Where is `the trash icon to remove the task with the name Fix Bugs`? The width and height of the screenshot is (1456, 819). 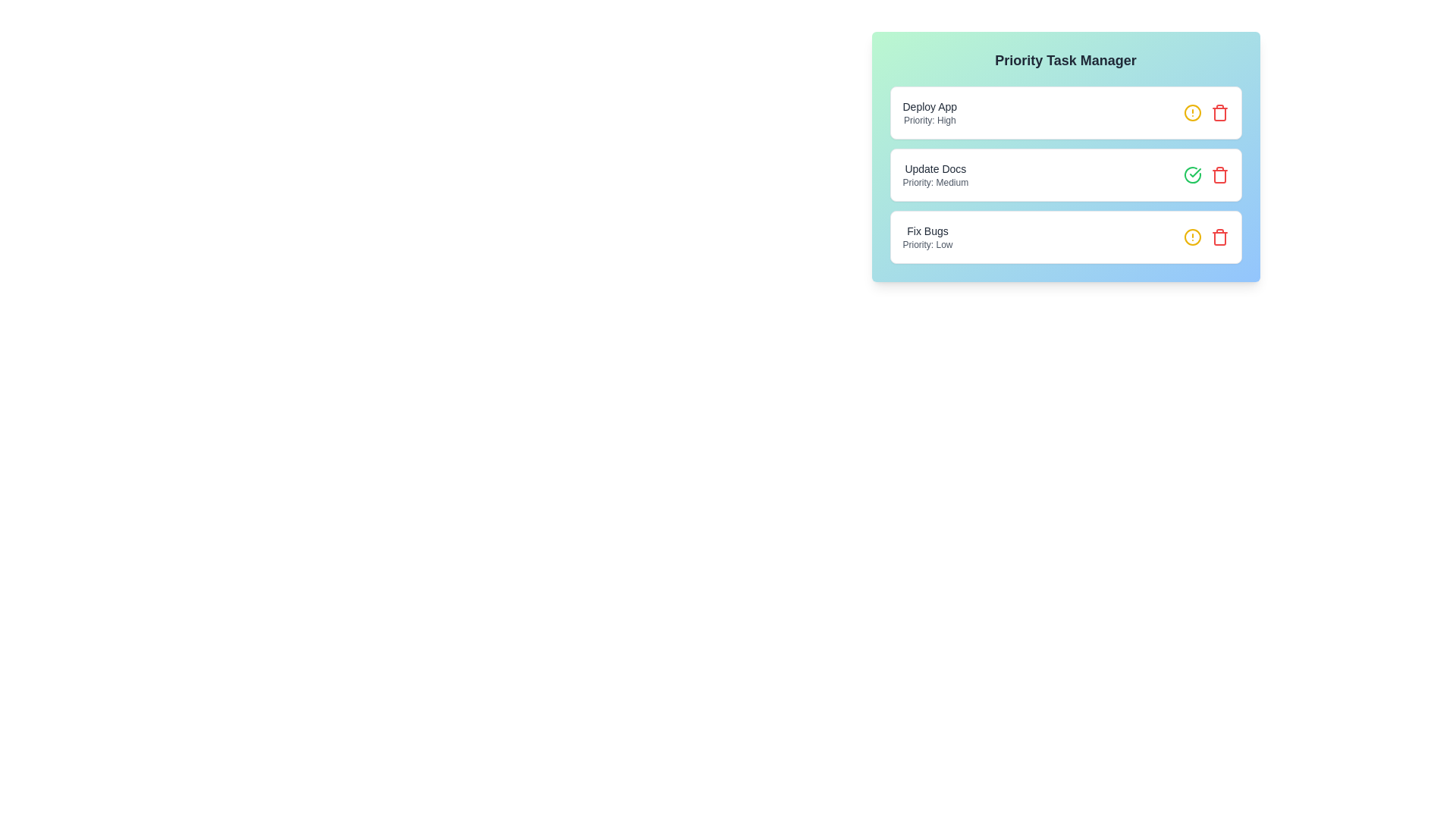
the trash icon to remove the task with the name Fix Bugs is located at coordinates (1219, 237).